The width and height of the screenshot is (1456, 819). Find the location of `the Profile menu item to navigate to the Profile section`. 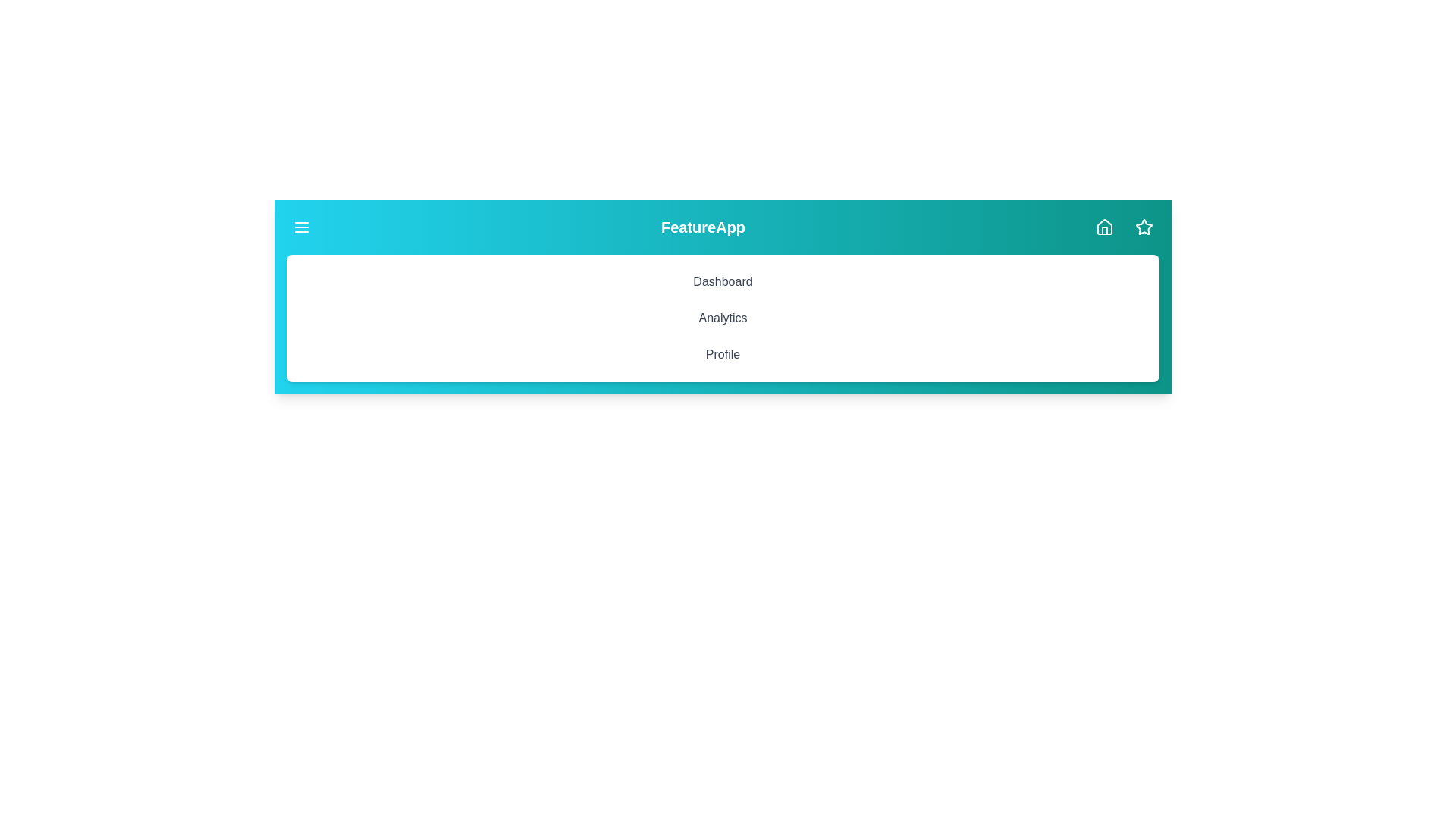

the Profile menu item to navigate to the Profile section is located at coordinates (722, 354).